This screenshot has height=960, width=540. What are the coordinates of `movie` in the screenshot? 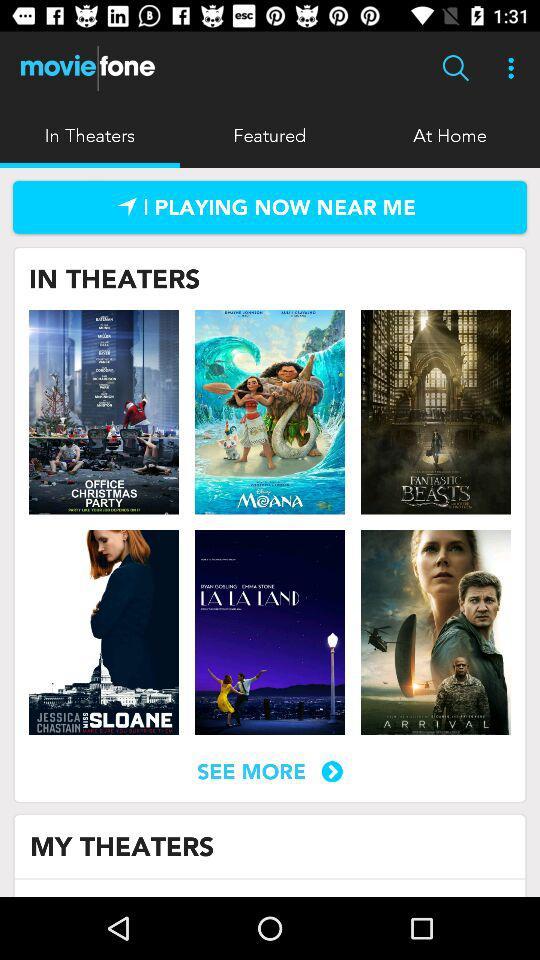 It's located at (270, 631).